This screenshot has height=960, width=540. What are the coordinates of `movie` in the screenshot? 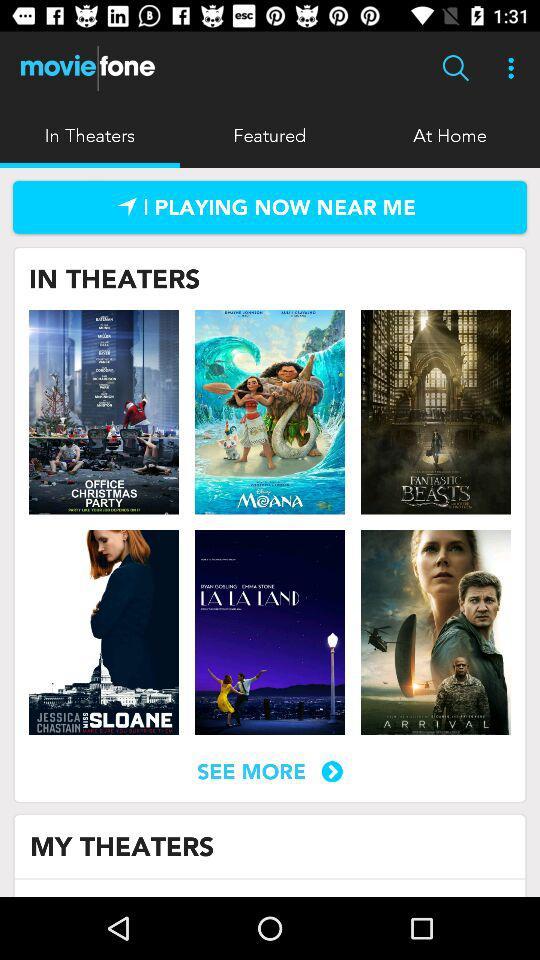 It's located at (270, 631).